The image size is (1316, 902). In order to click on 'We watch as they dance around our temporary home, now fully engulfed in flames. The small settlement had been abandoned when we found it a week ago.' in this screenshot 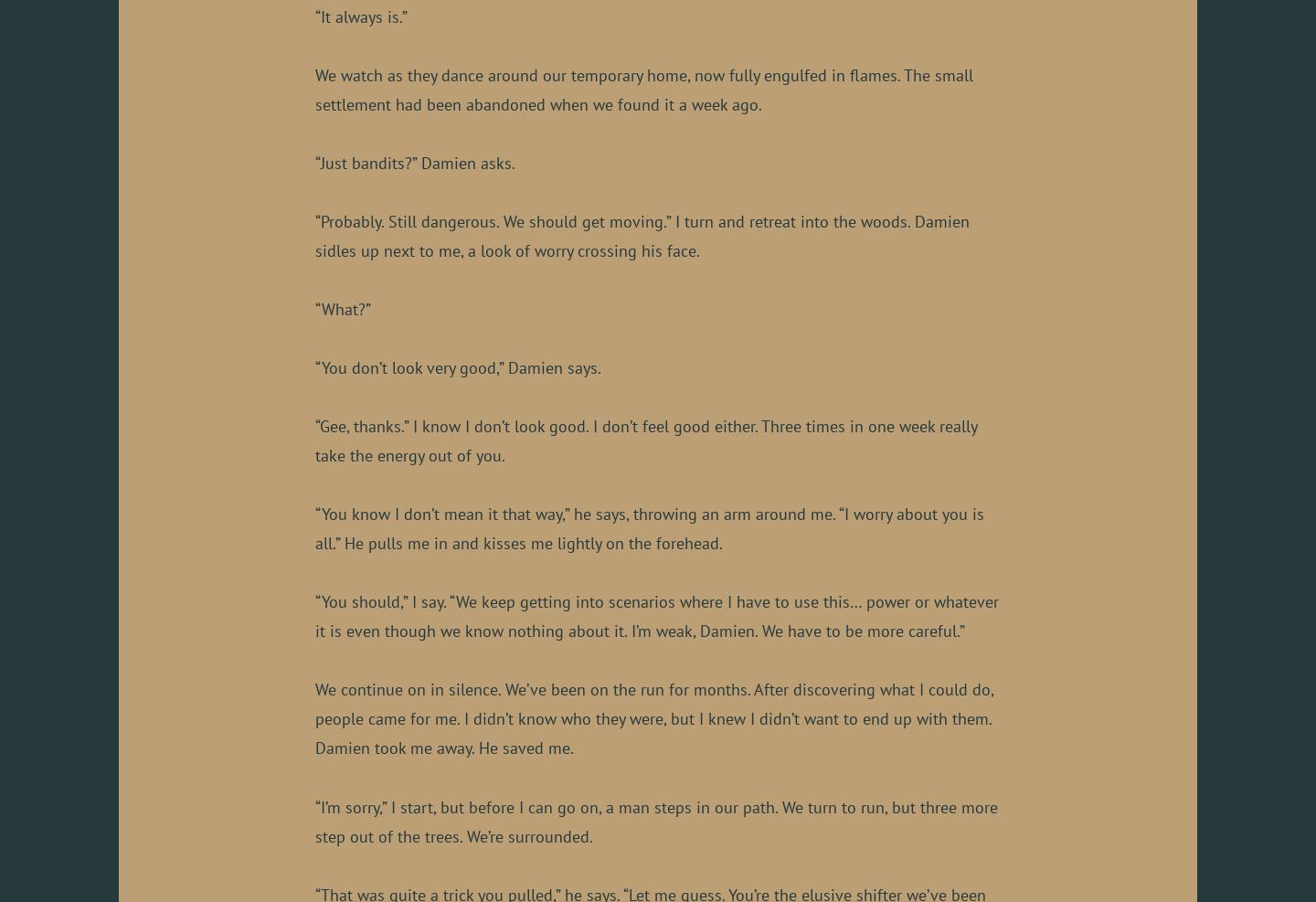, I will do `click(644, 90)`.